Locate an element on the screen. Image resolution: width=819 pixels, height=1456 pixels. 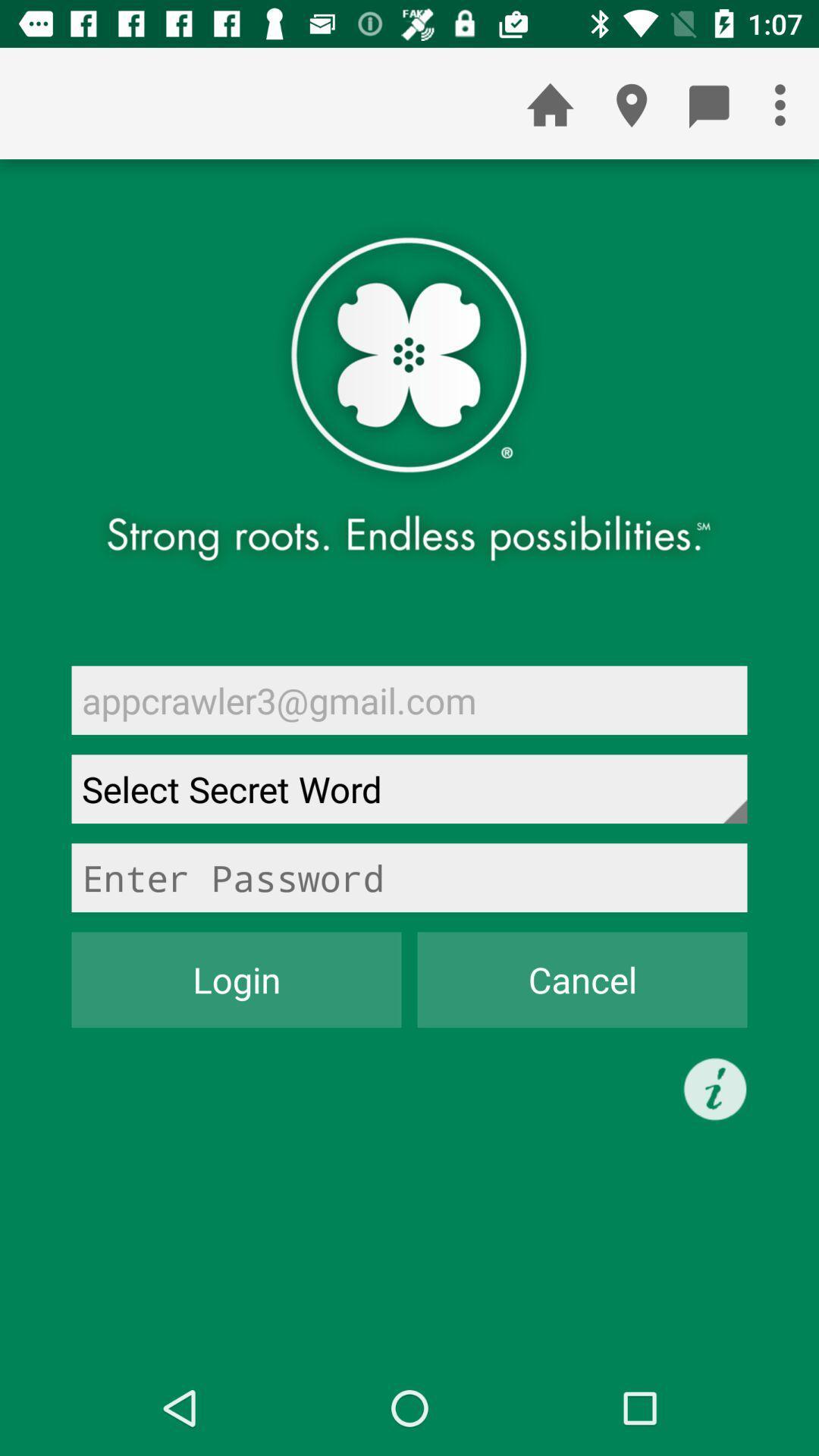
password box is located at coordinates (409, 877).